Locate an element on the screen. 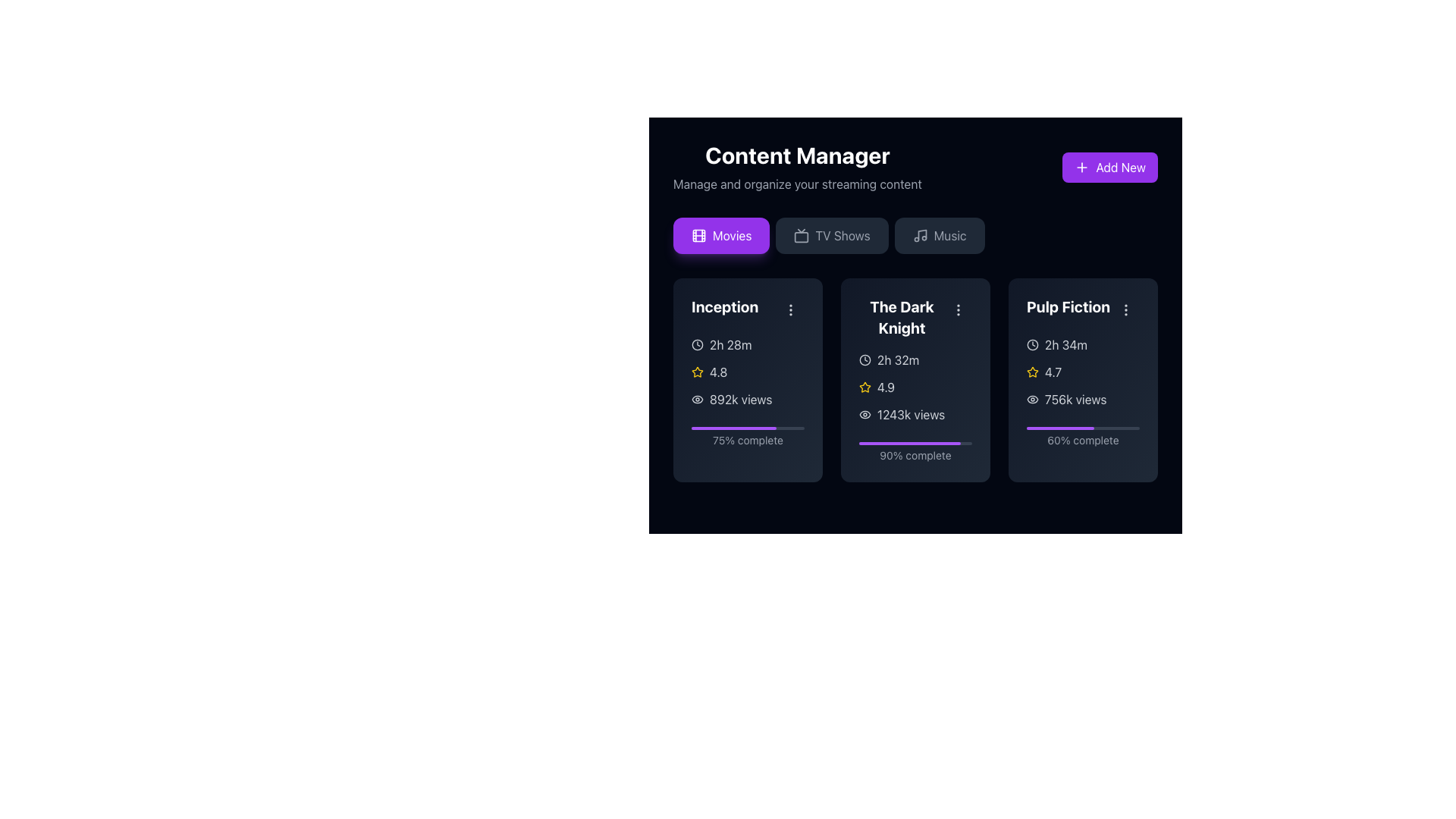  the vertical ellipsis icon in the top-right corner of the 'Pulp Fiction' card for keyboard navigation is located at coordinates (1125, 309).